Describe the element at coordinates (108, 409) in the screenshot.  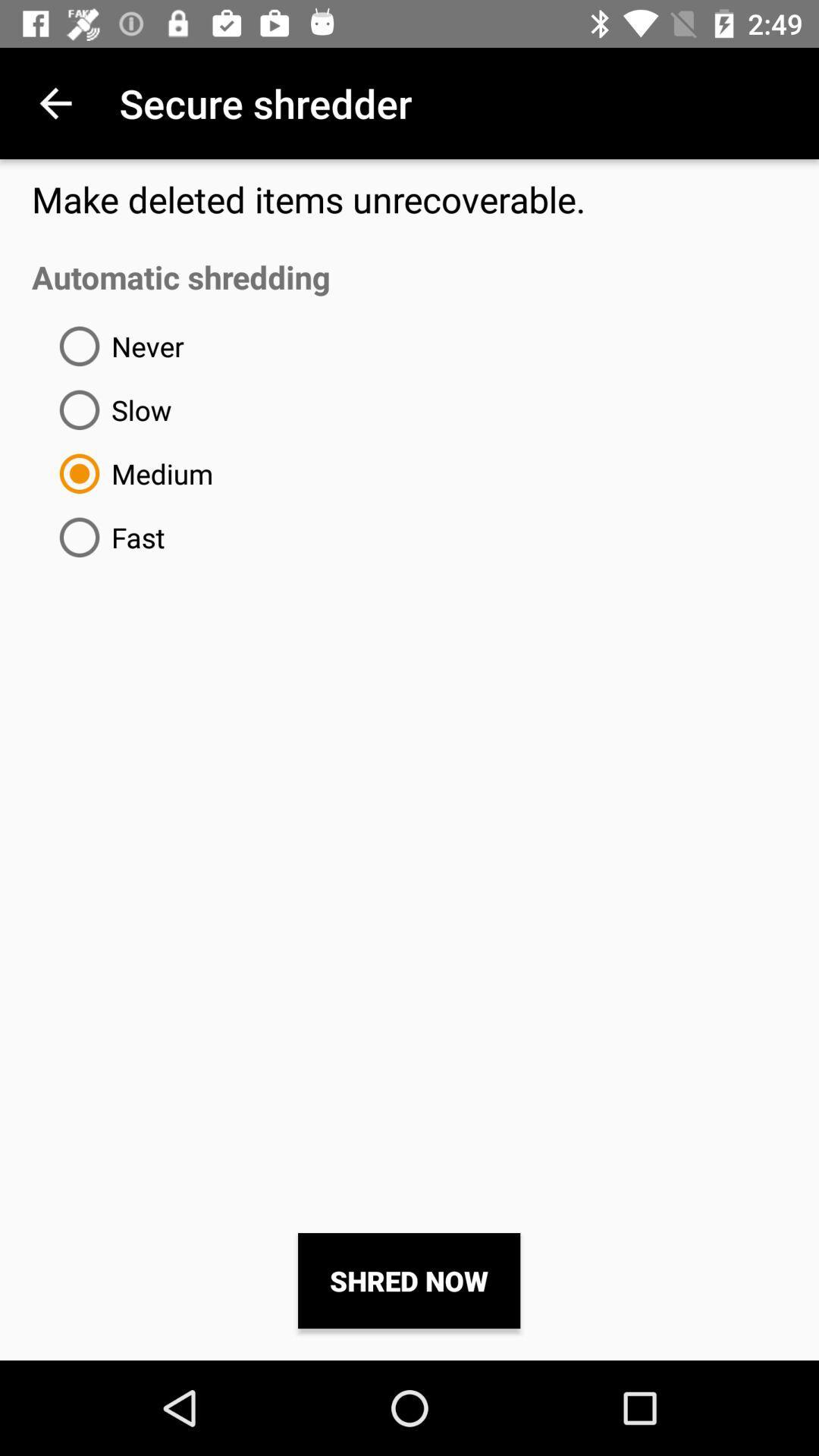
I see `the slow` at that location.